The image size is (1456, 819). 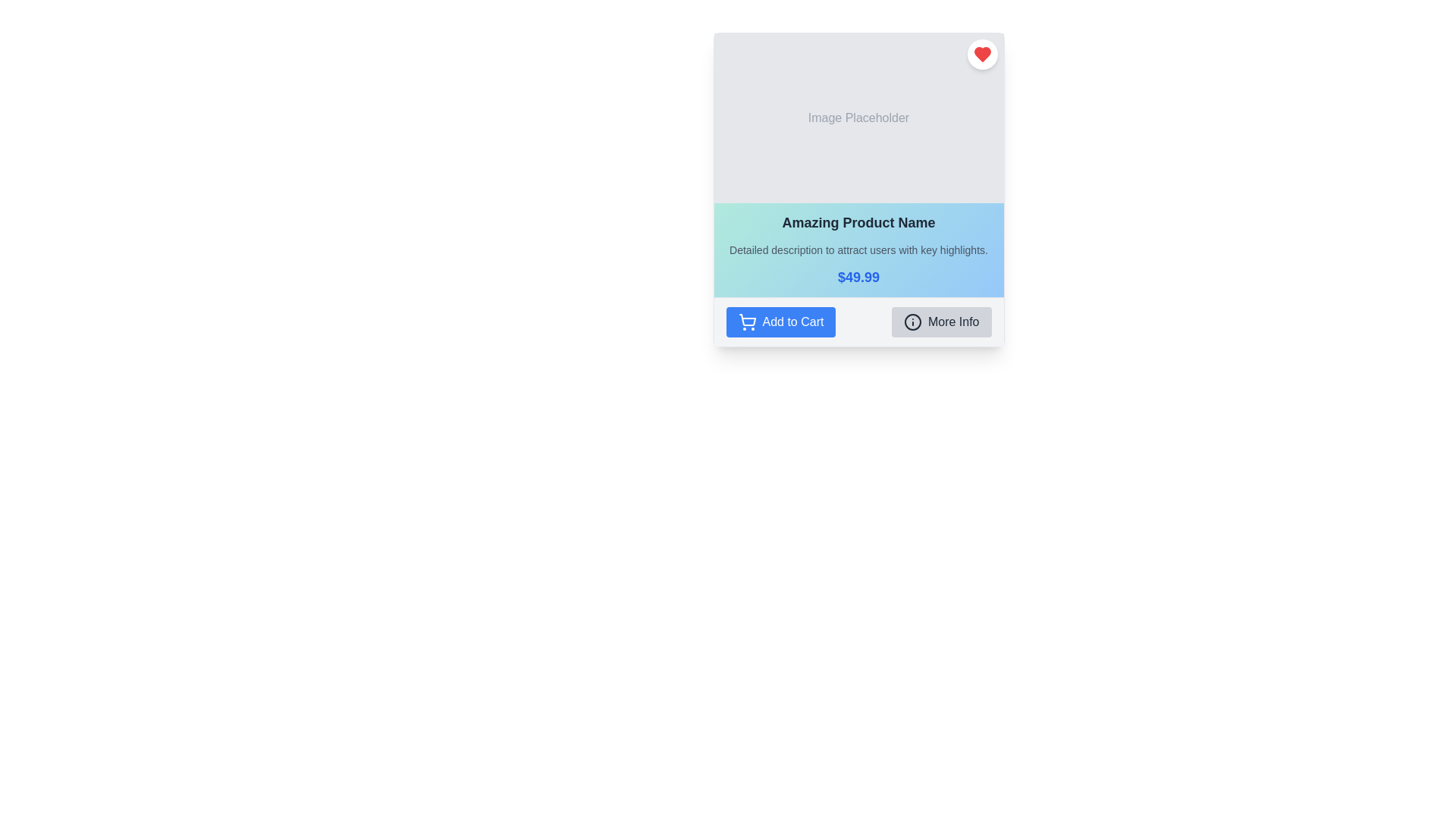 I want to click on the red heart-shaped icon, so click(x=982, y=54).